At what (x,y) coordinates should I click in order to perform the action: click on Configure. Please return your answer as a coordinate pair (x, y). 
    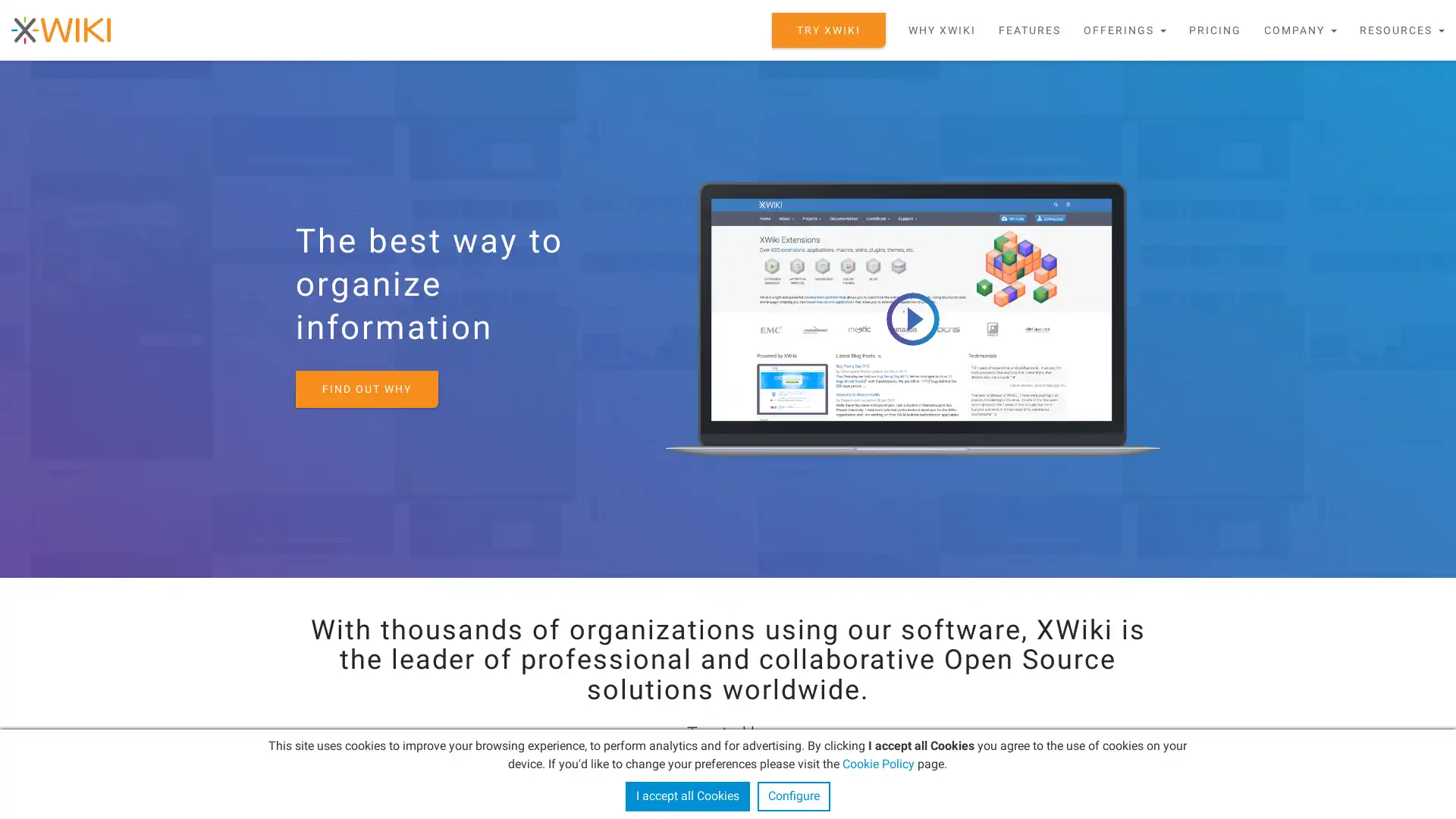
    Looking at the image, I should click on (792, 795).